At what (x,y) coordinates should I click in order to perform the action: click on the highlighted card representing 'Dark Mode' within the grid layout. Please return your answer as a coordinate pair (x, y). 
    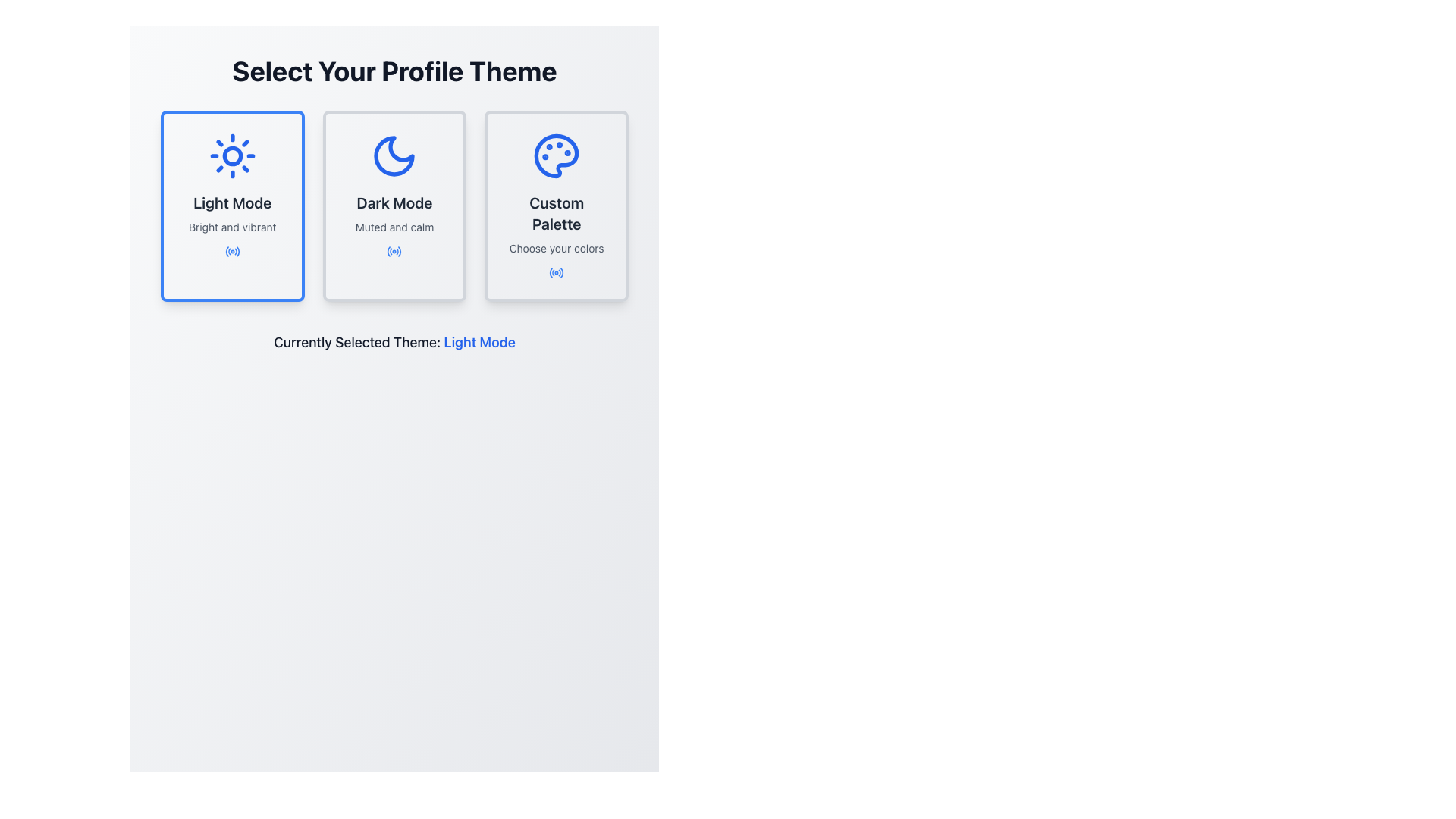
    Looking at the image, I should click on (394, 206).